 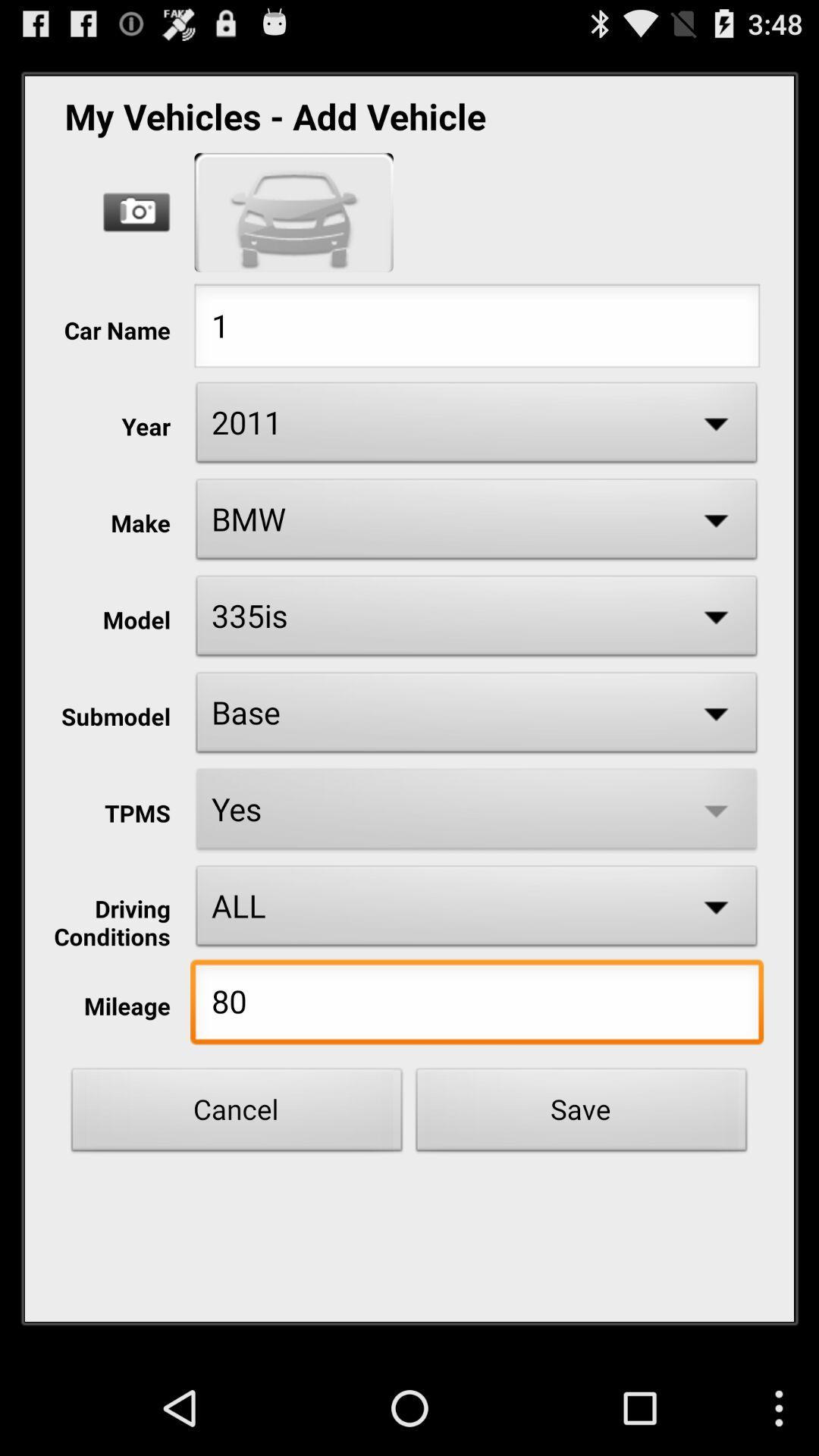 I want to click on camera, so click(x=136, y=212).